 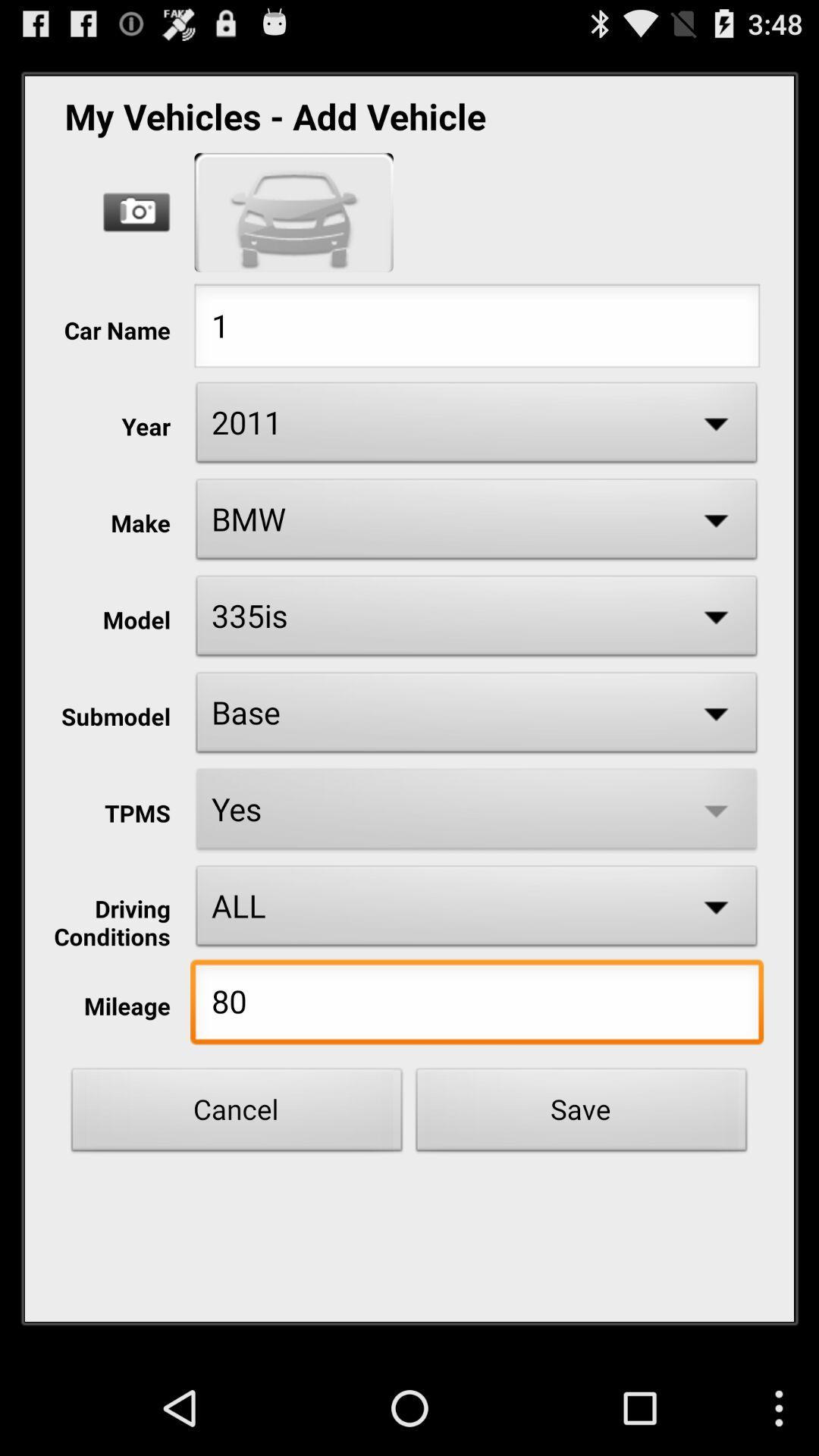 I want to click on camera, so click(x=136, y=212).